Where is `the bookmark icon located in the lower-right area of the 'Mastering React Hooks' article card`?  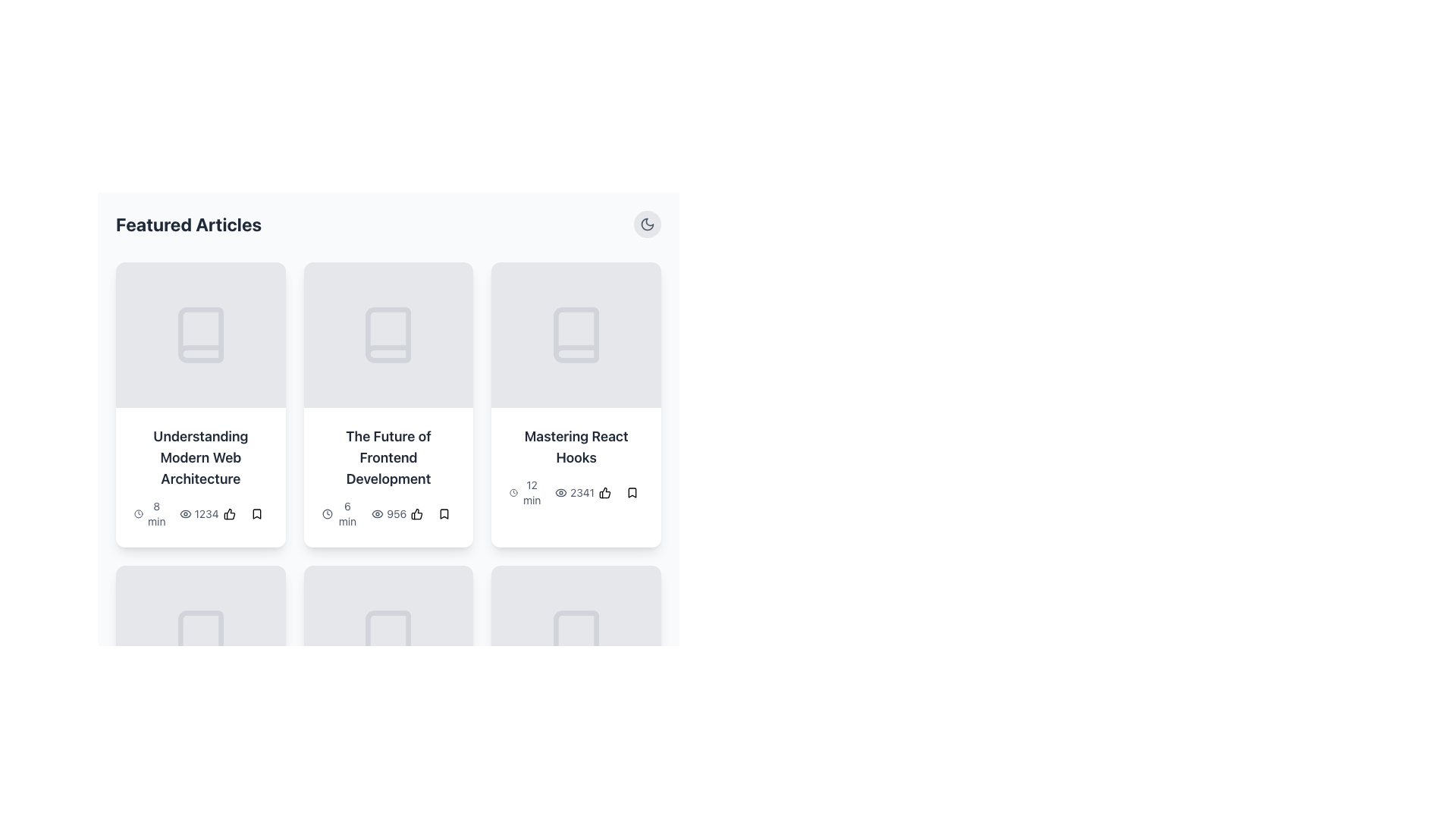
the bookmark icon located in the lower-right area of the 'Mastering React Hooks' article card is located at coordinates (632, 493).